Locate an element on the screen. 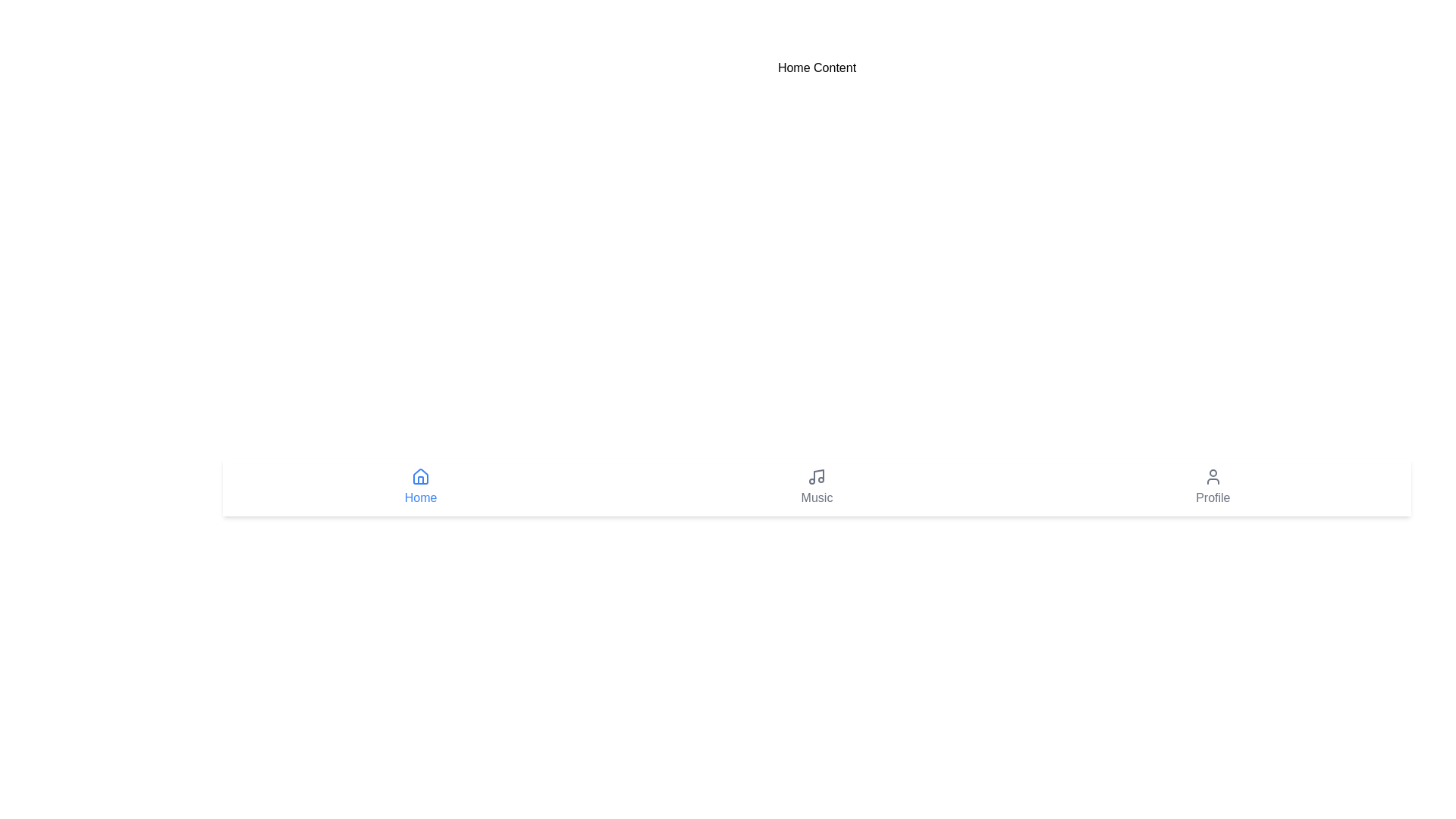  the 'Home' navigation icon located in the bottom bar, which is represented by a house symbol is located at coordinates (421, 475).